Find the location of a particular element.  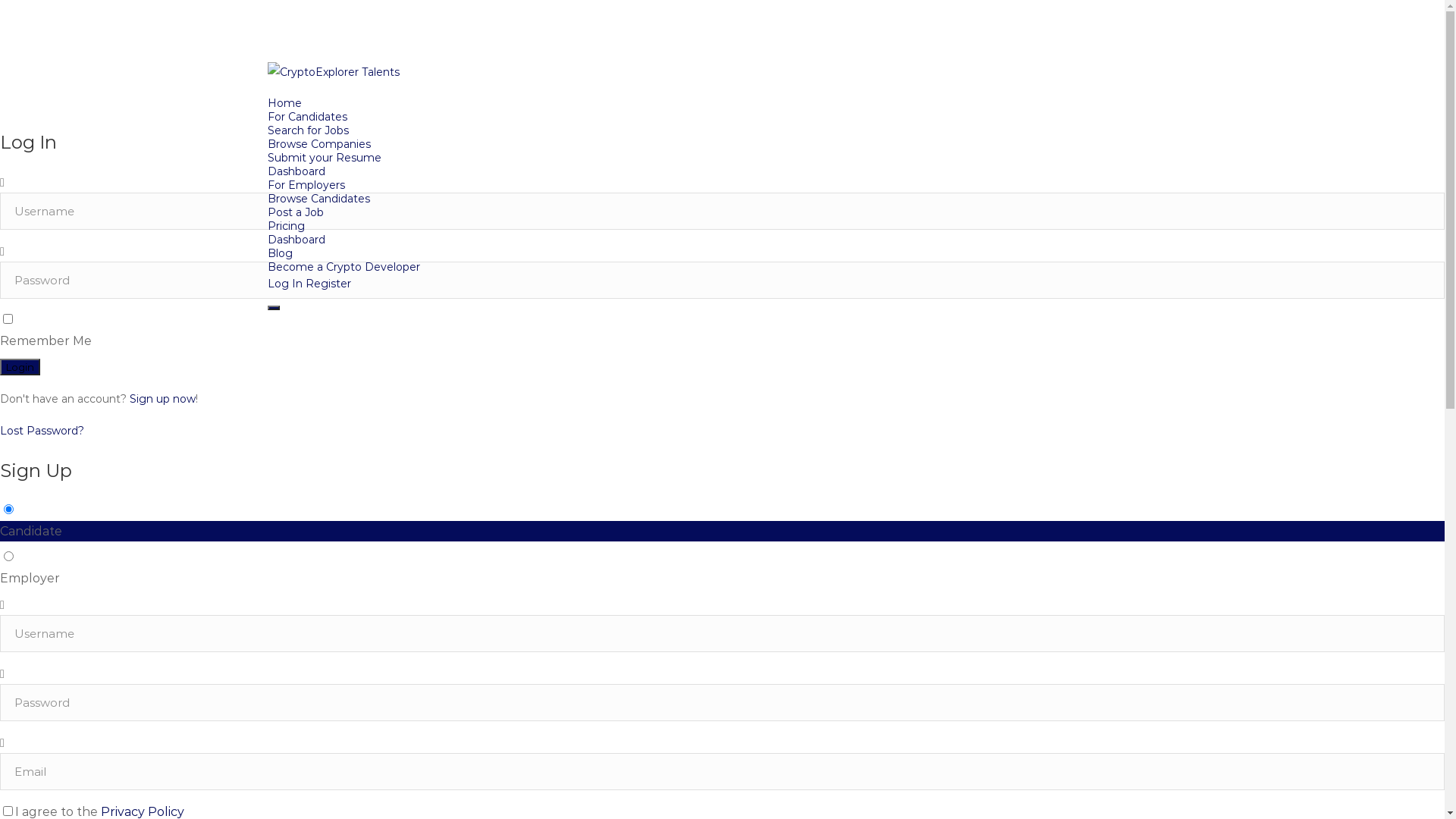

'Log In' is located at coordinates (284, 284).